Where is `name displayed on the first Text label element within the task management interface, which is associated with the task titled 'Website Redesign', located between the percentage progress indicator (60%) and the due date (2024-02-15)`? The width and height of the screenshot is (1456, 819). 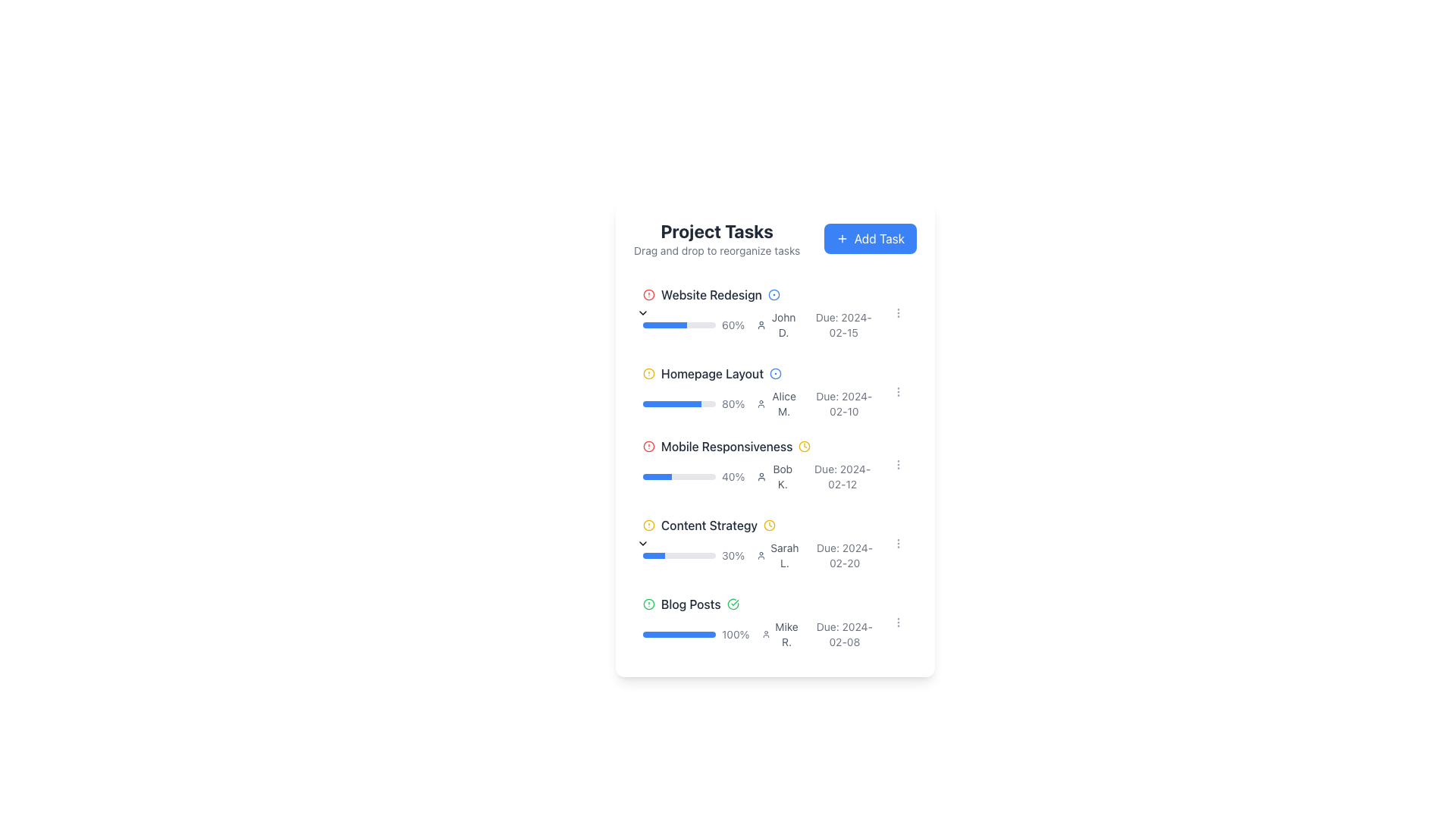
name displayed on the first Text label element within the task management interface, which is associated with the task titled 'Website Redesign', located between the percentage progress indicator (60%) and the due date (2024-02-15) is located at coordinates (777, 324).